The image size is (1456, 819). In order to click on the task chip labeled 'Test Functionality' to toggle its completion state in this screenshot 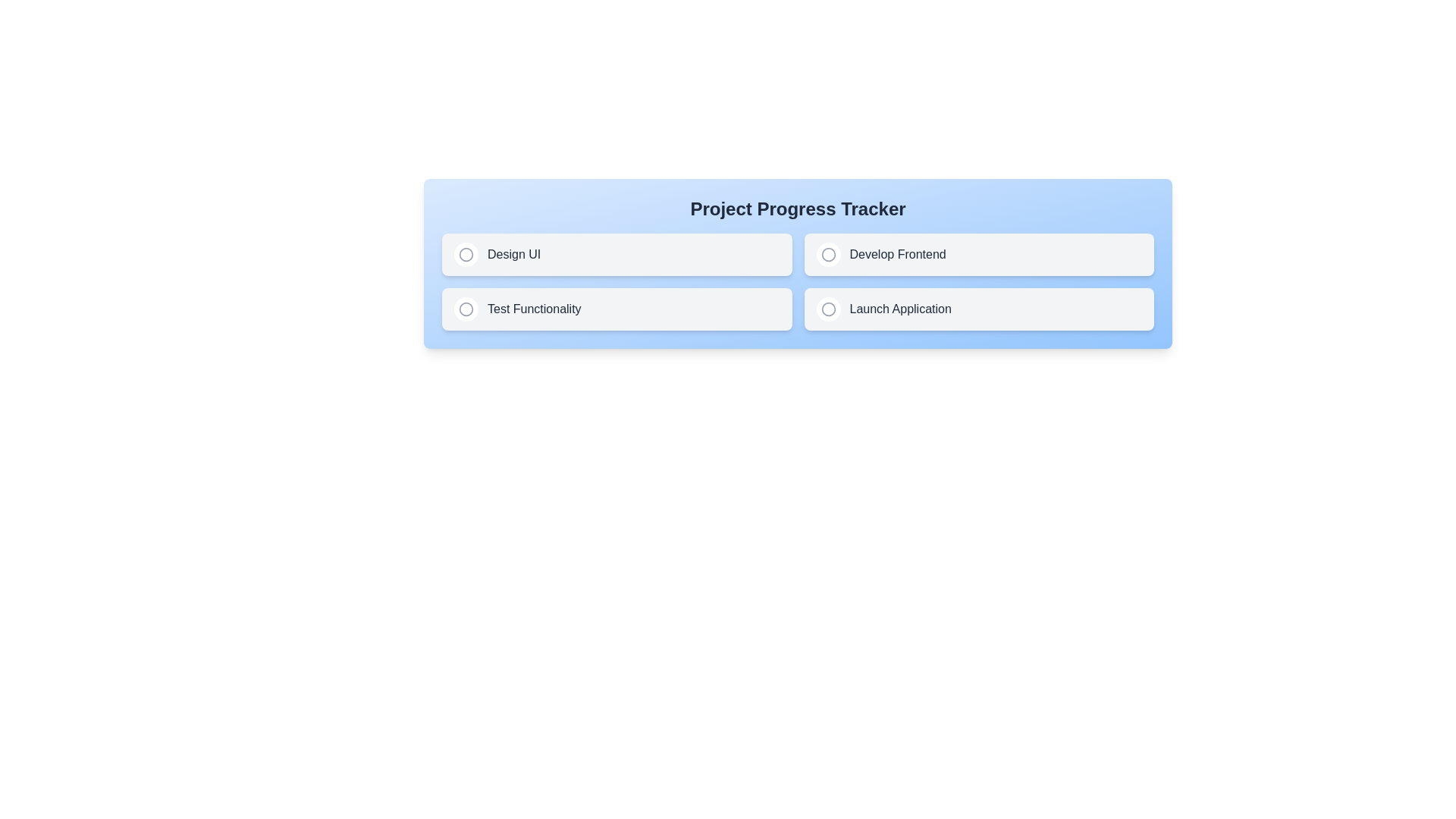, I will do `click(617, 309)`.